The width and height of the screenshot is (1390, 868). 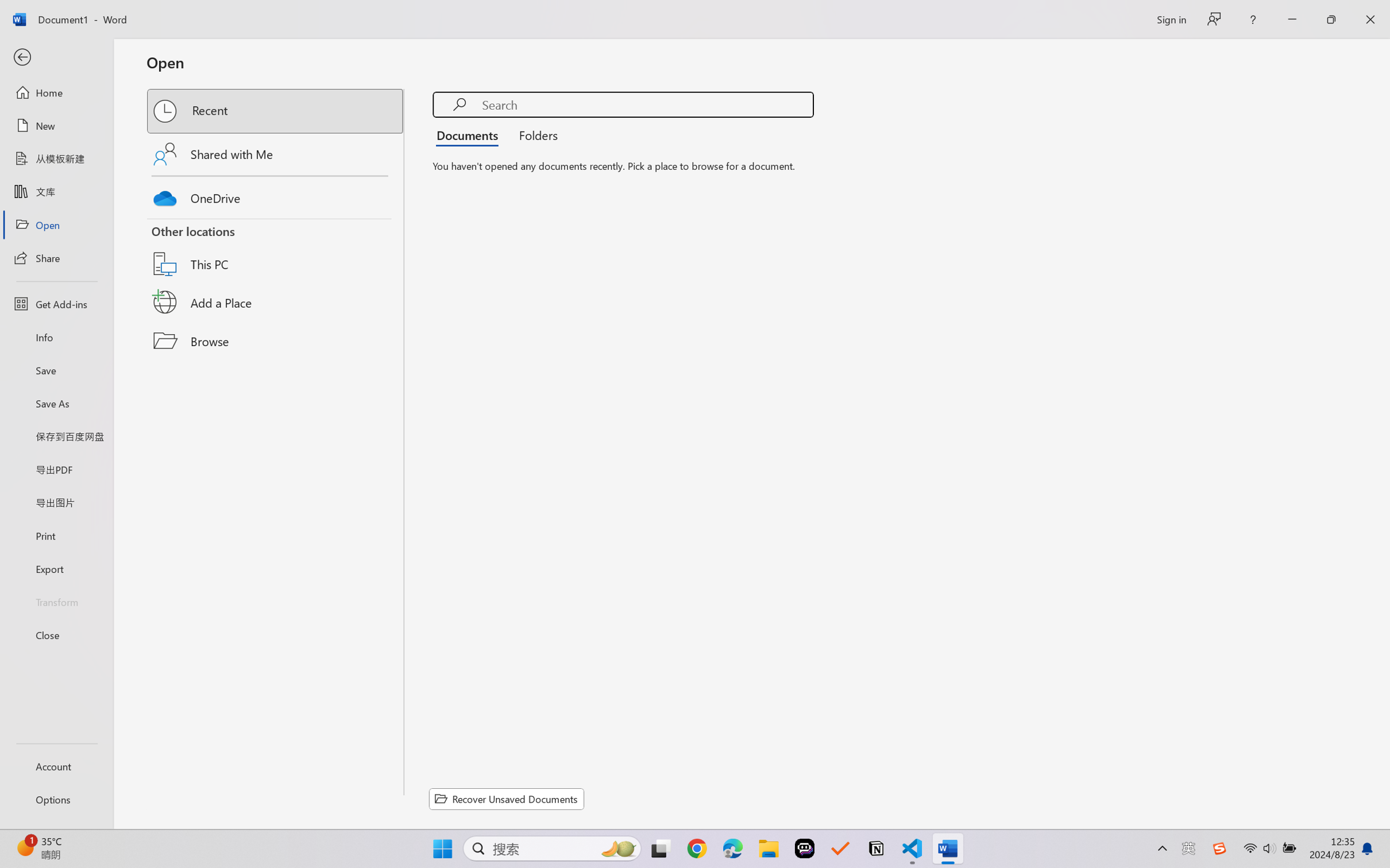 What do you see at coordinates (535, 134) in the screenshot?
I see `'Folders'` at bounding box center [535, 134].